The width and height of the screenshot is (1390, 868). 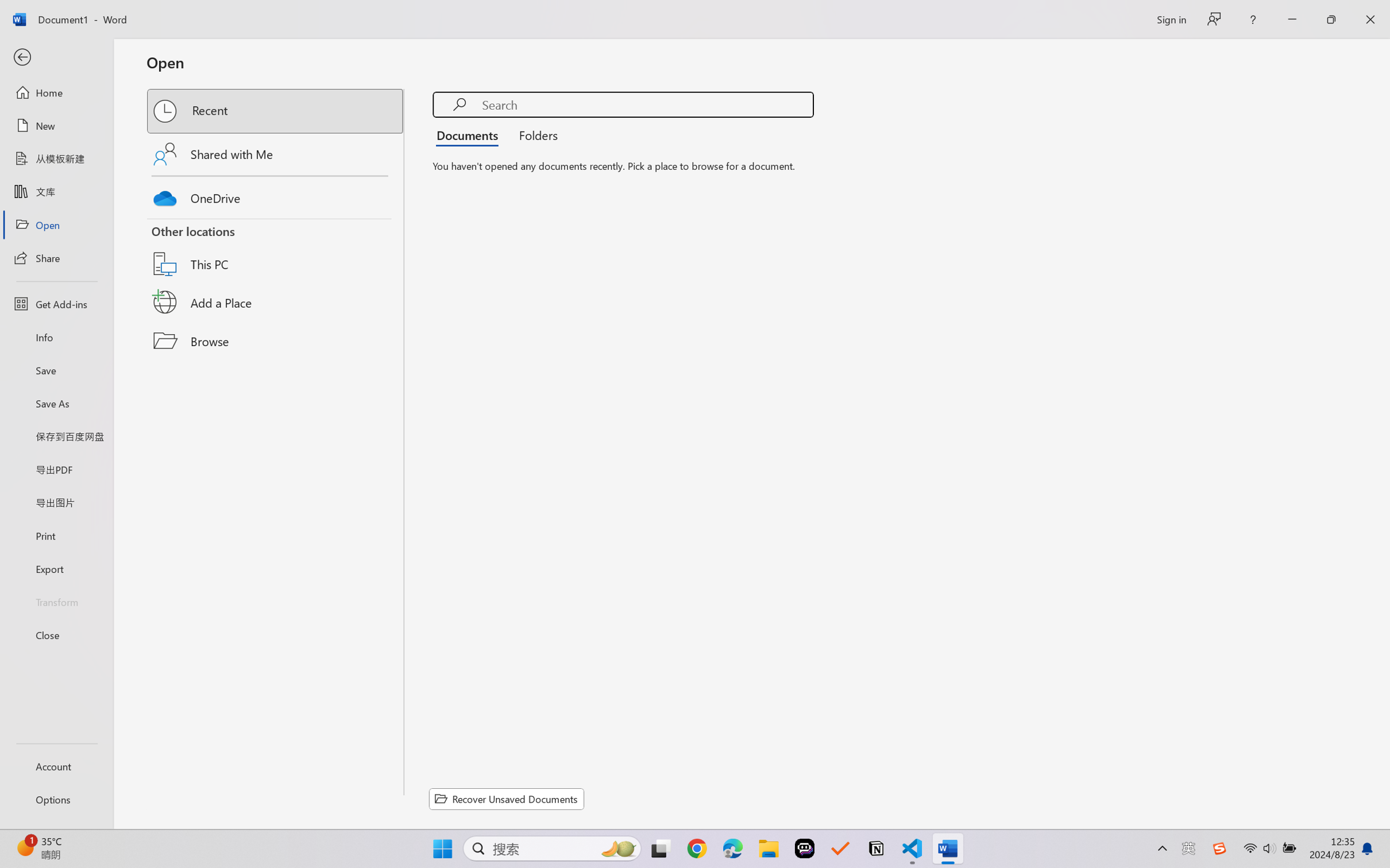 What do you see at coordinates (535, 134) in the screenshot?
I see `'Folders'` at bounding box center [535, 134].